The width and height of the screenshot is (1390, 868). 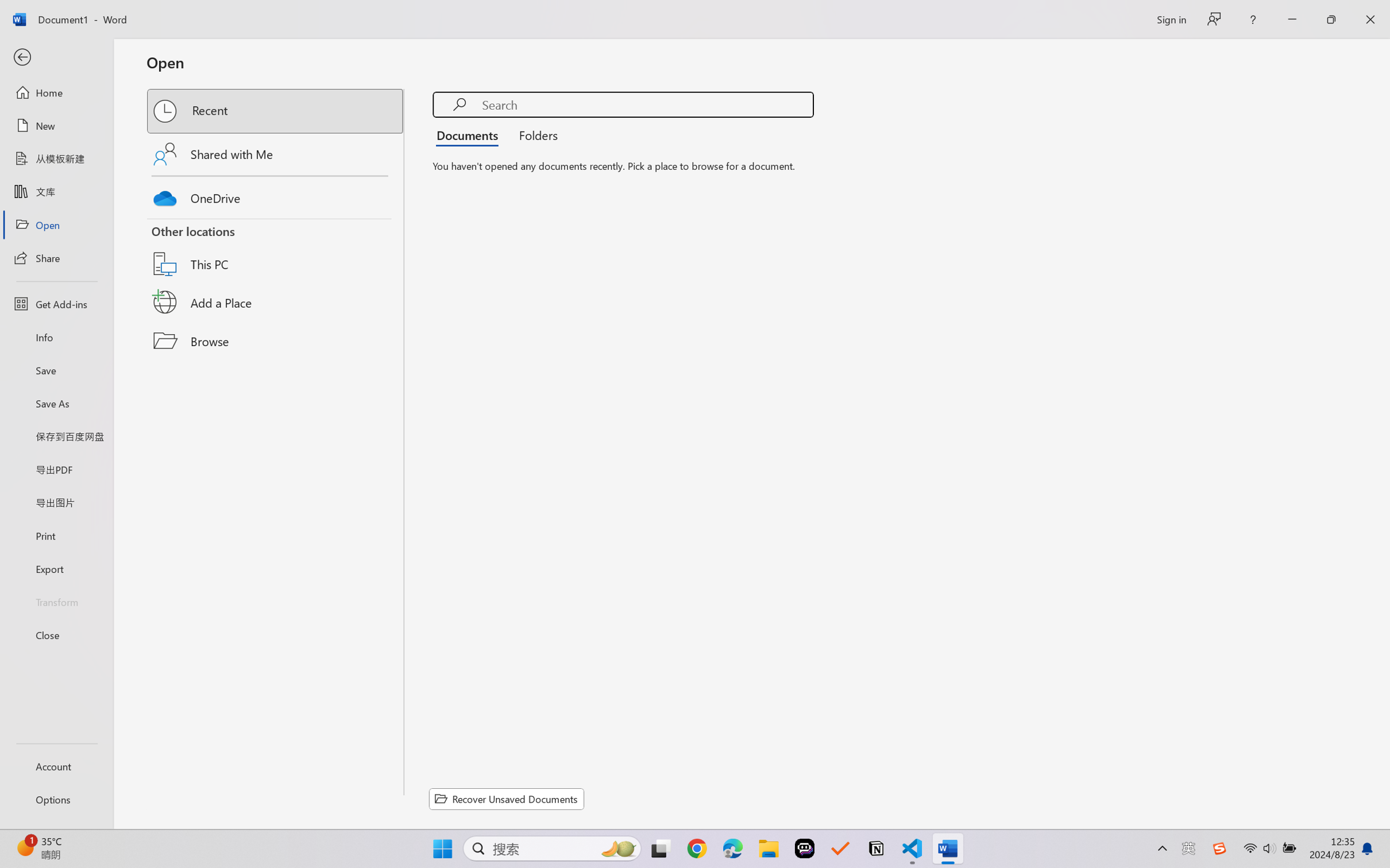 What do you see at coordinates (535, 134) in the screenshot?
I see `'Folders'` at bounding box center [535, 134].